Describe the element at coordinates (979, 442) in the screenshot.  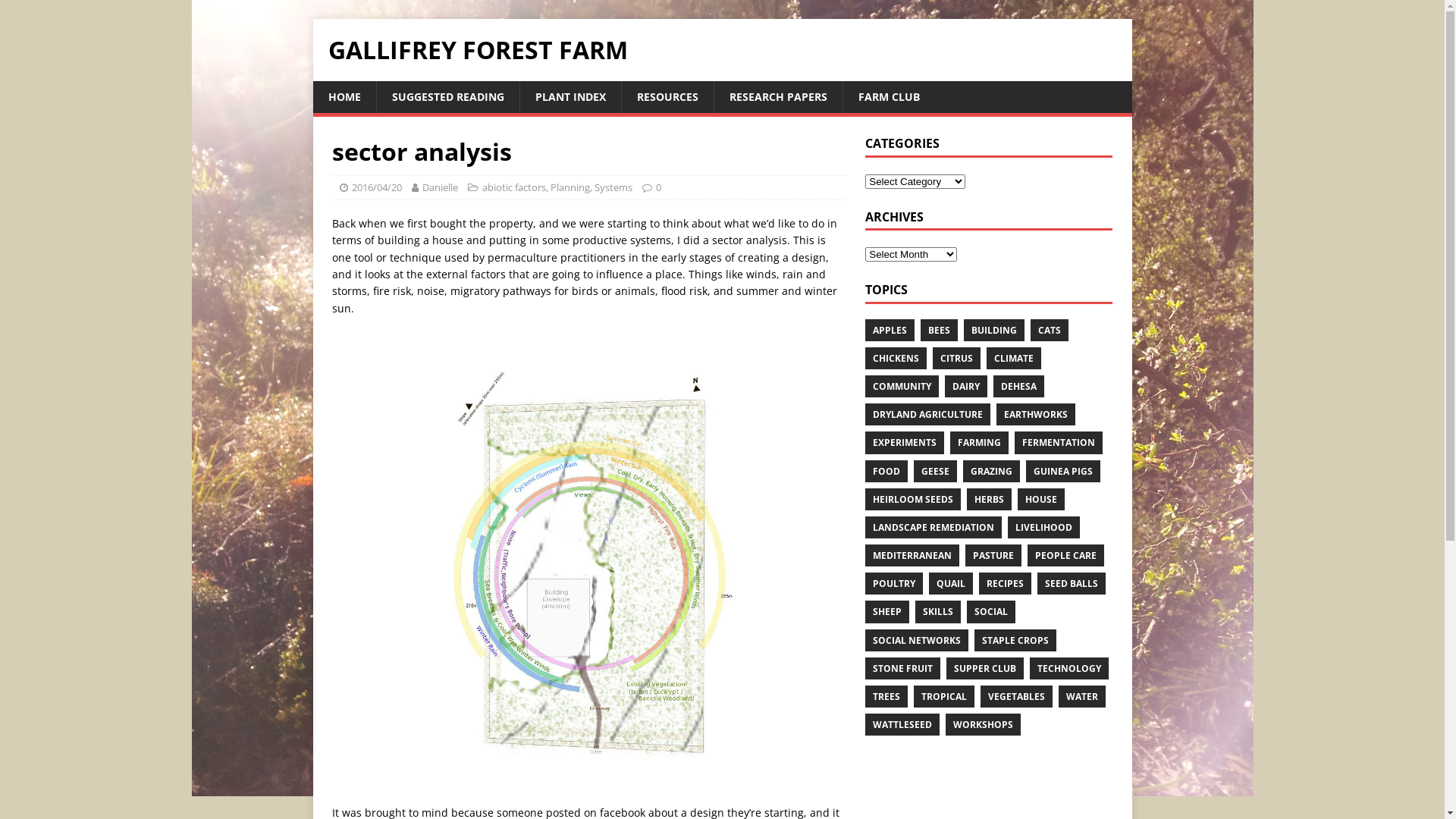
I see `'FARMING'` at that location.